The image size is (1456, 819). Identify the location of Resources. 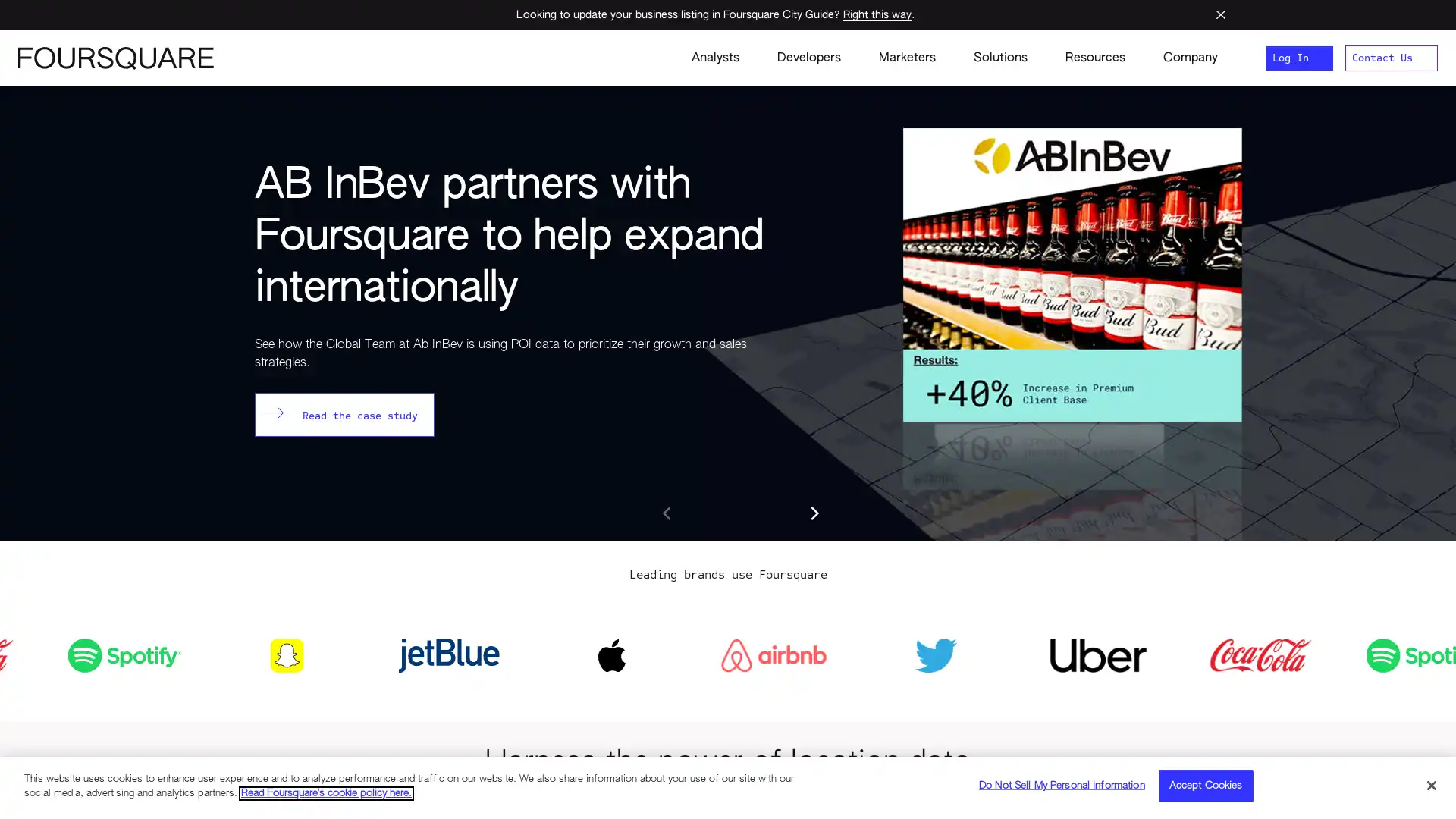
(1095, 58).